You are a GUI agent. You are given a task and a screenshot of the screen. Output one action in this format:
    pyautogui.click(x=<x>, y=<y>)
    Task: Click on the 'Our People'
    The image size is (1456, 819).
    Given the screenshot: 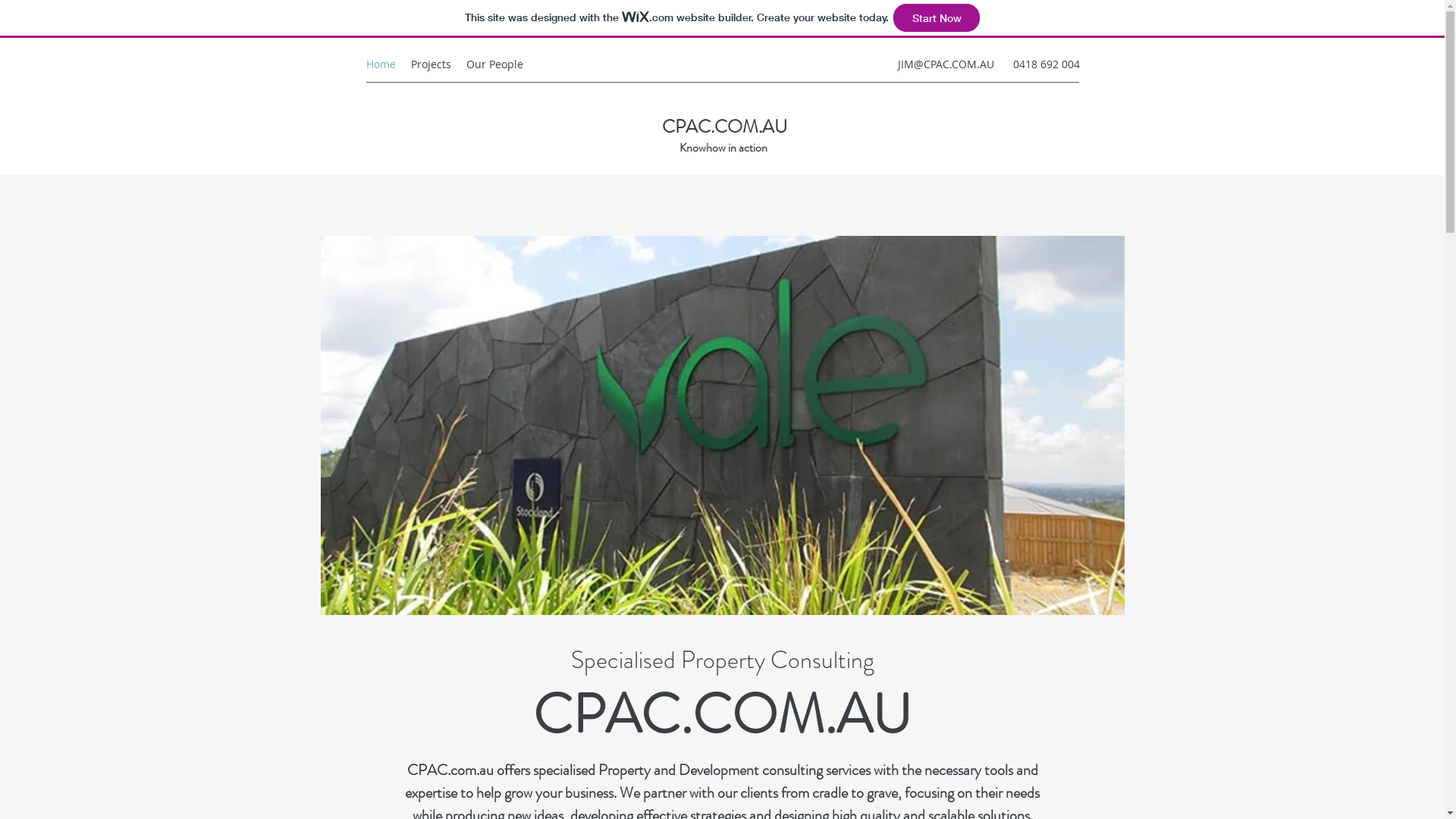 What is the action you would take?
    pyautogui.click(x=457, y=63)
    